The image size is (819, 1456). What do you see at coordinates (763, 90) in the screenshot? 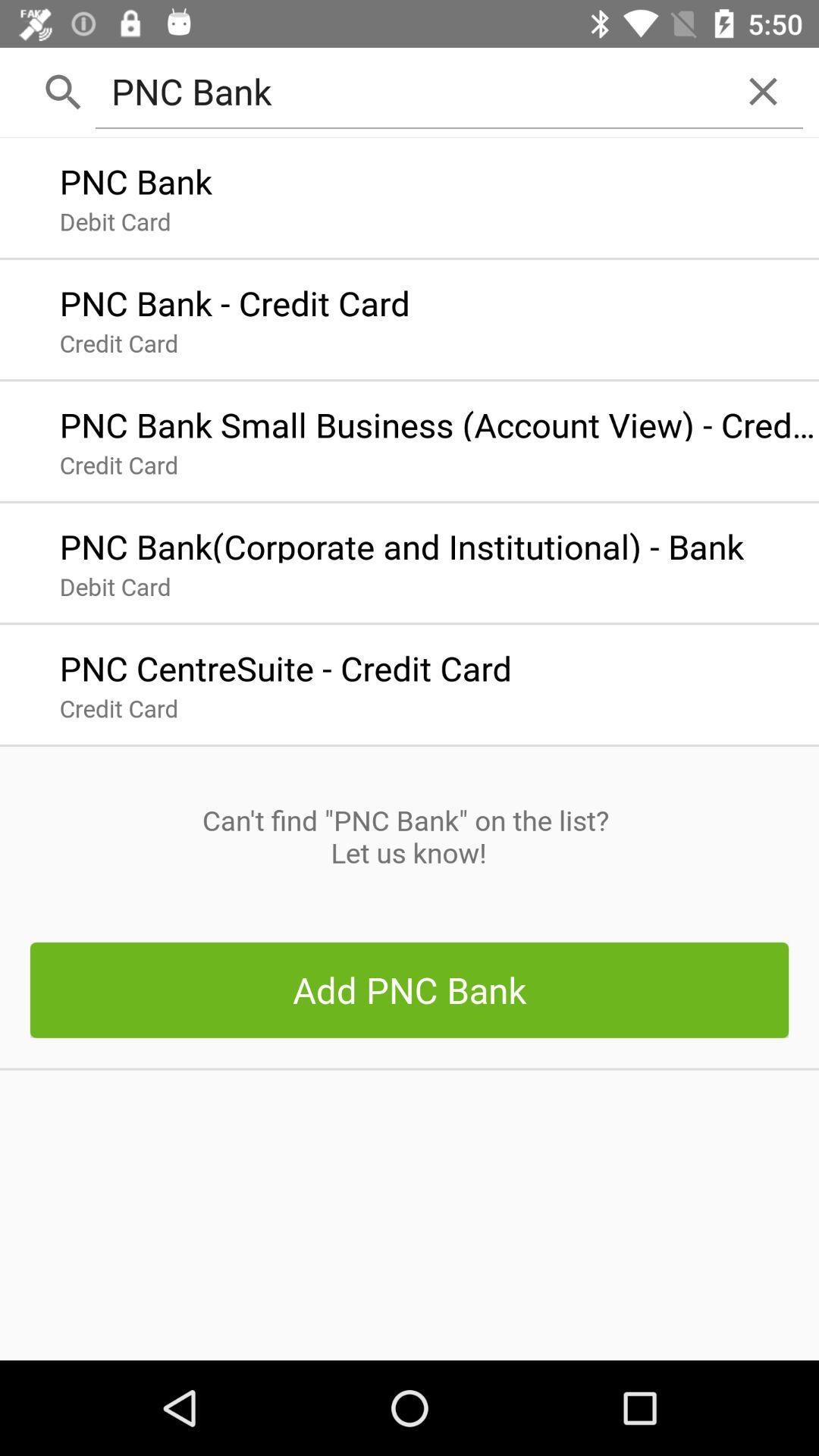
I see `icon next to the pnc bank icon` at bounding box center [763, 90].